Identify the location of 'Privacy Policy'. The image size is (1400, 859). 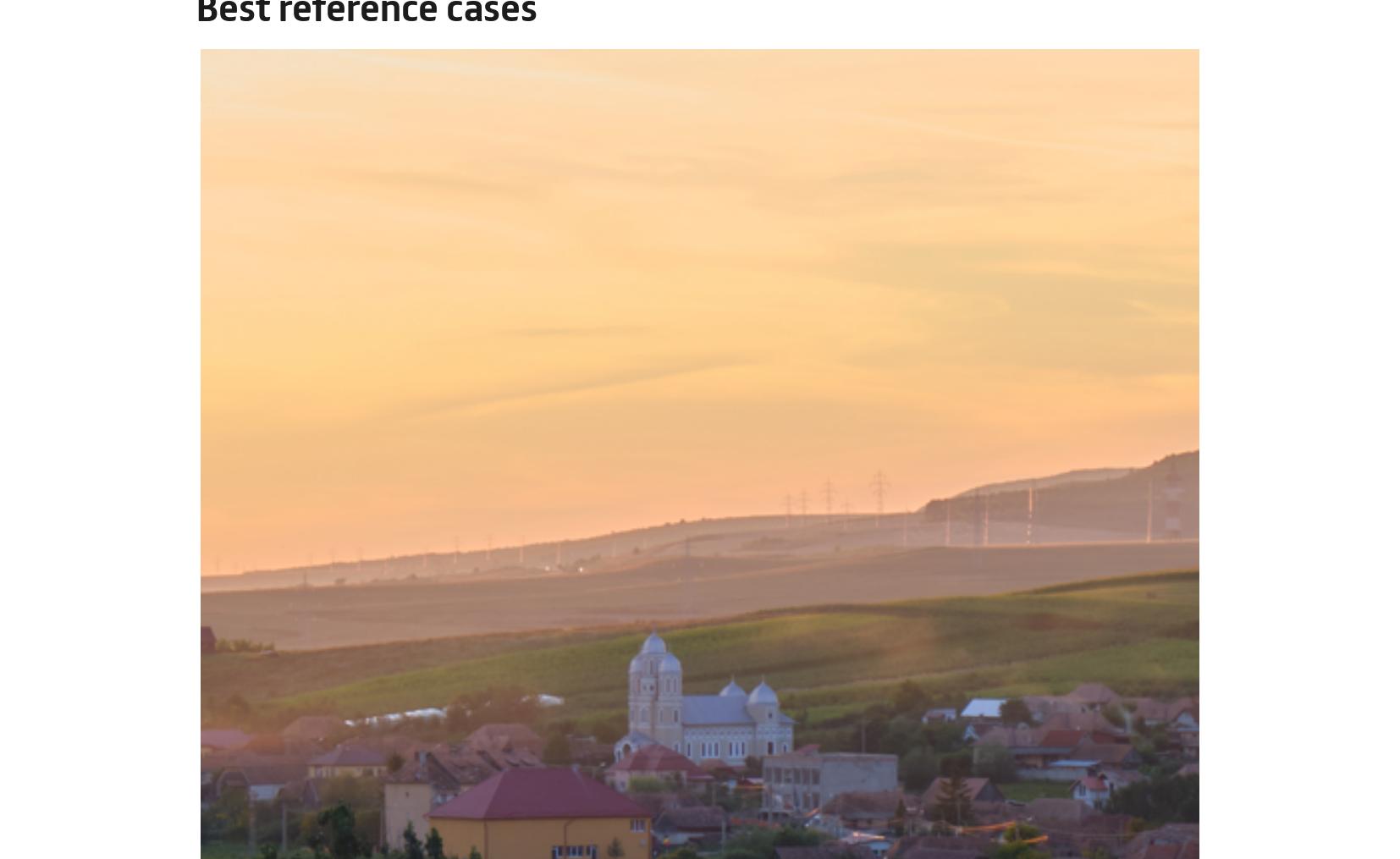
(551, 752).